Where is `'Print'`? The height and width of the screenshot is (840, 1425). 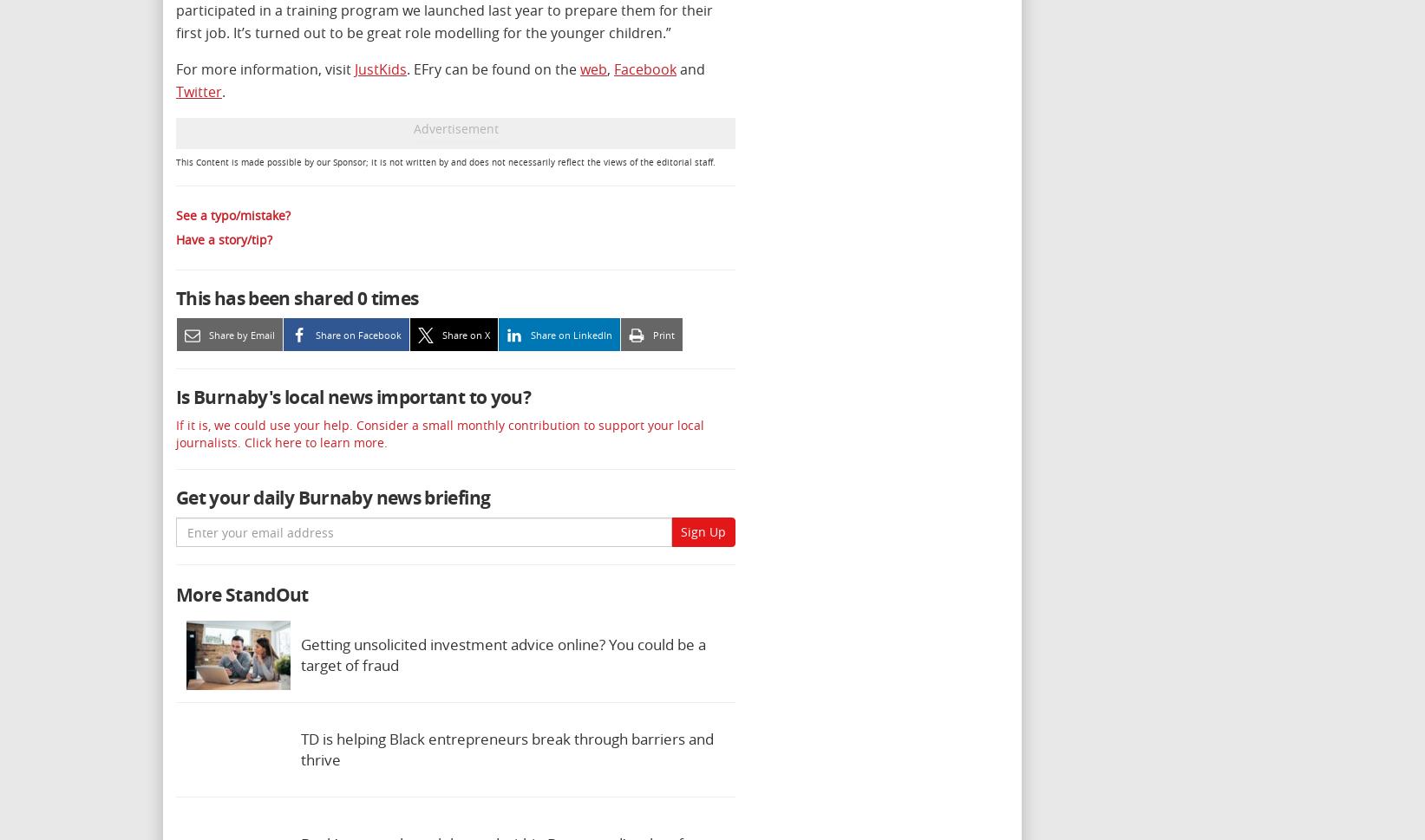
'Print' is located at coordinates (663, 334).